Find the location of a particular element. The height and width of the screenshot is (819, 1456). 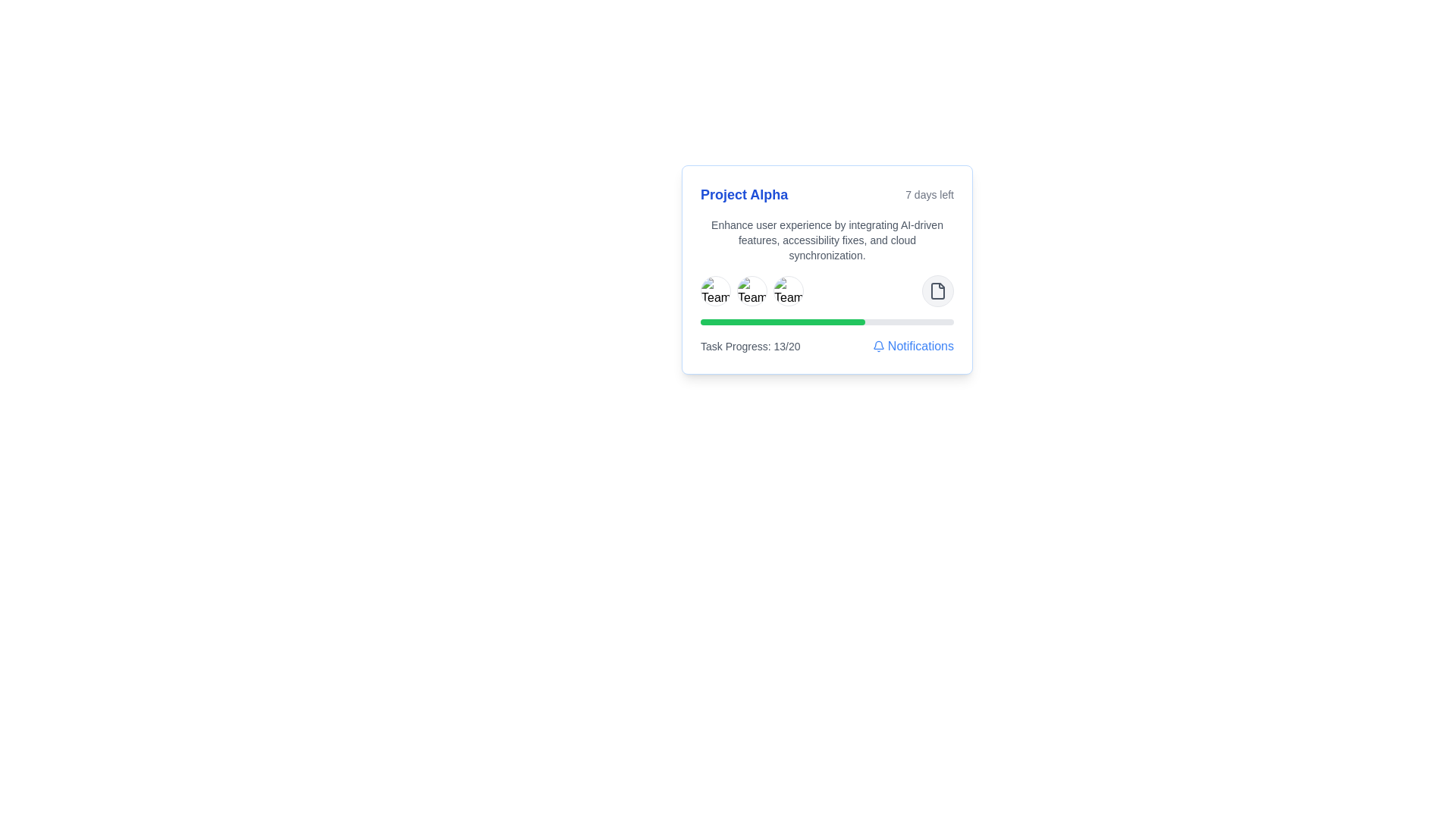

the file-related action icon located in the lower-right section of the interface, which is the second icon in a horizontal alignment of icons is located at coordinates (937, 291).